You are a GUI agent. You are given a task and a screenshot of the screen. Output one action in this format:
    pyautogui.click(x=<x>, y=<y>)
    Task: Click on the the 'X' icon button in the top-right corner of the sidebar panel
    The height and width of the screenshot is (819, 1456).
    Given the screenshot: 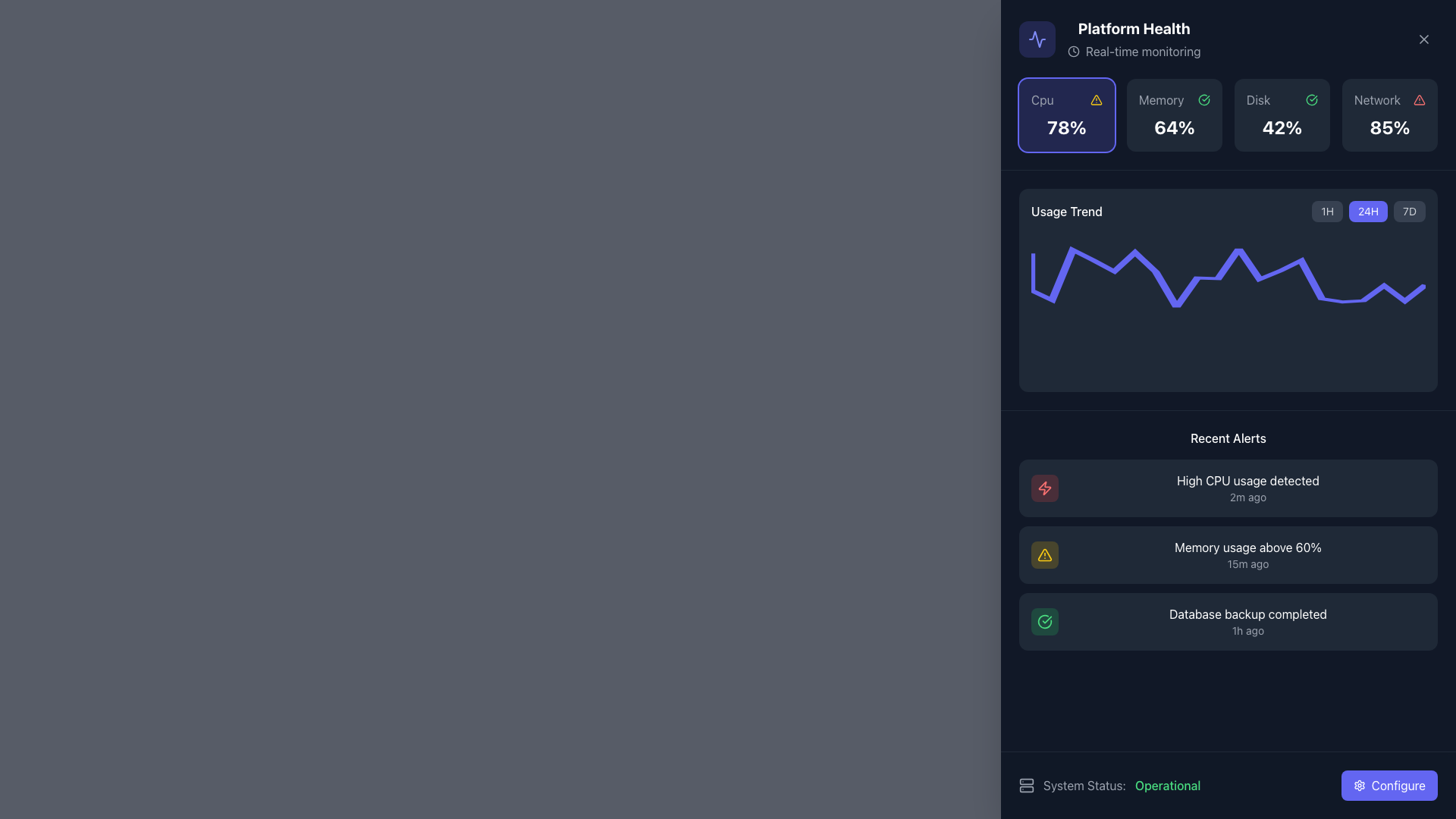 What is the action you would take?
    pyautogui.click(x=1423, y=38)
    